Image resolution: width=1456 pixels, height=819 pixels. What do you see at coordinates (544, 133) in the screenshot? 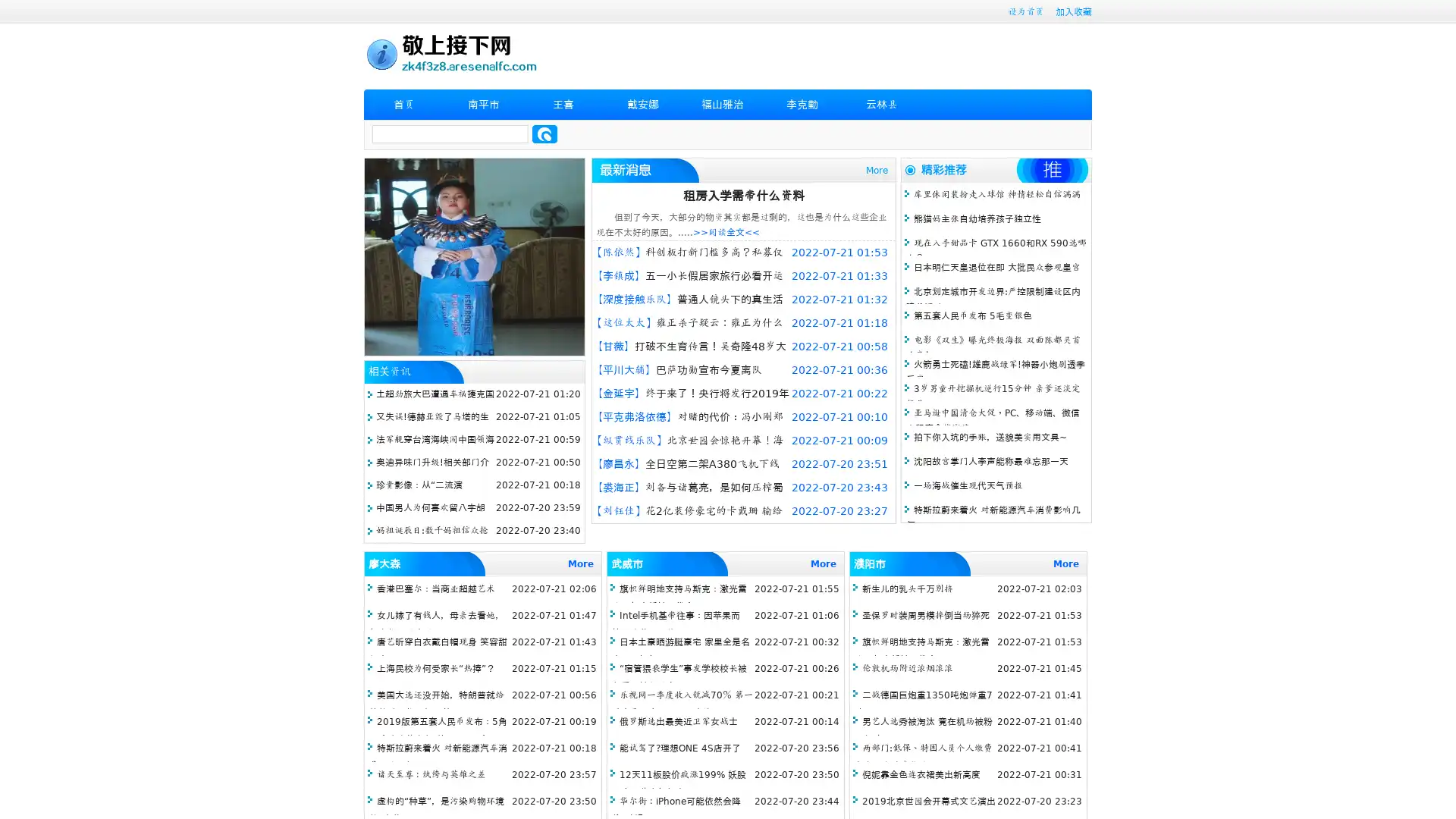
I see `Search` at bounding box center [544, 133].